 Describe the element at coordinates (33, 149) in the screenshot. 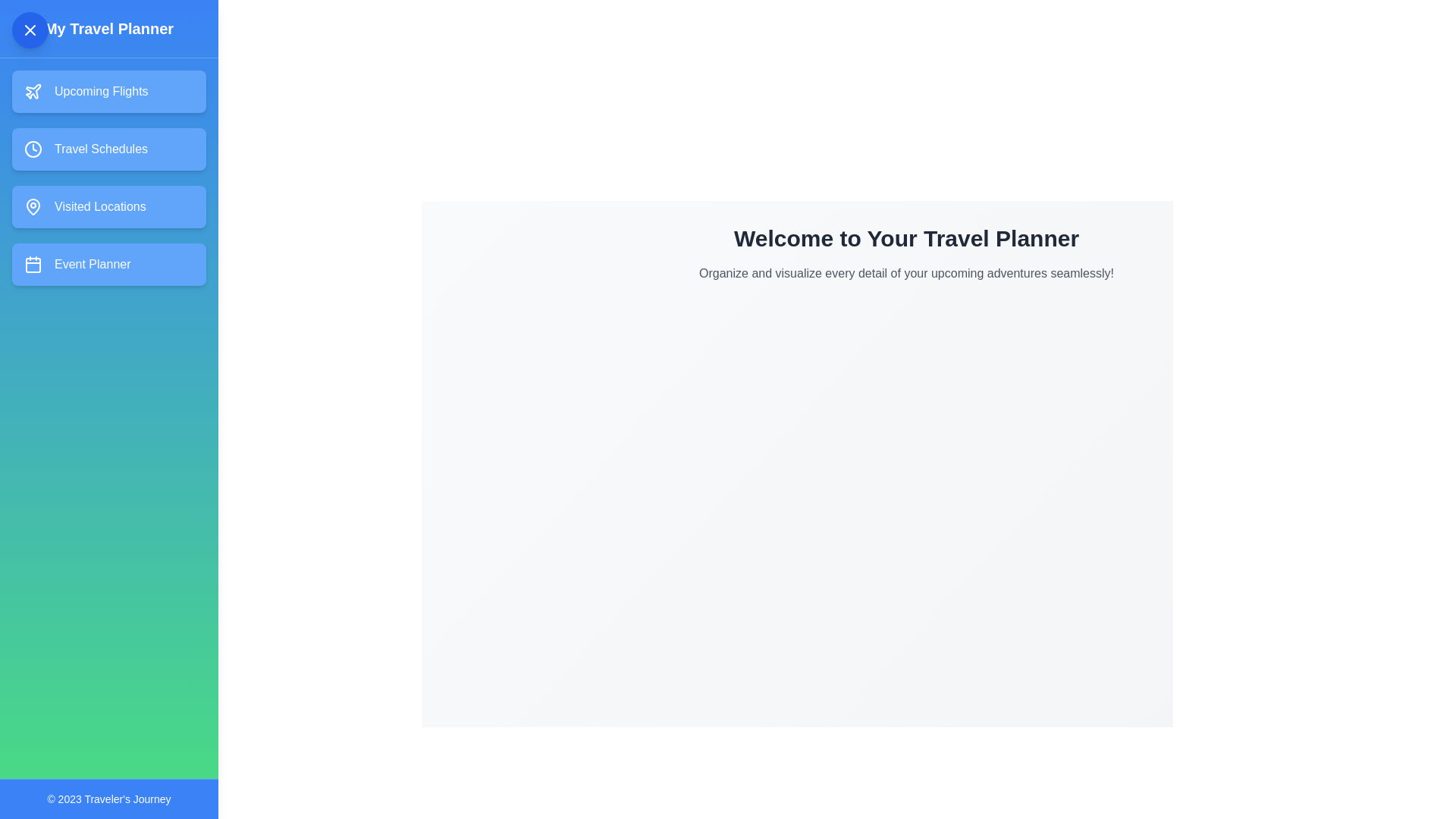

I see `the clock icon located to the left of the 'Travel Schedules' button in the vertical navigation menu` at that location.